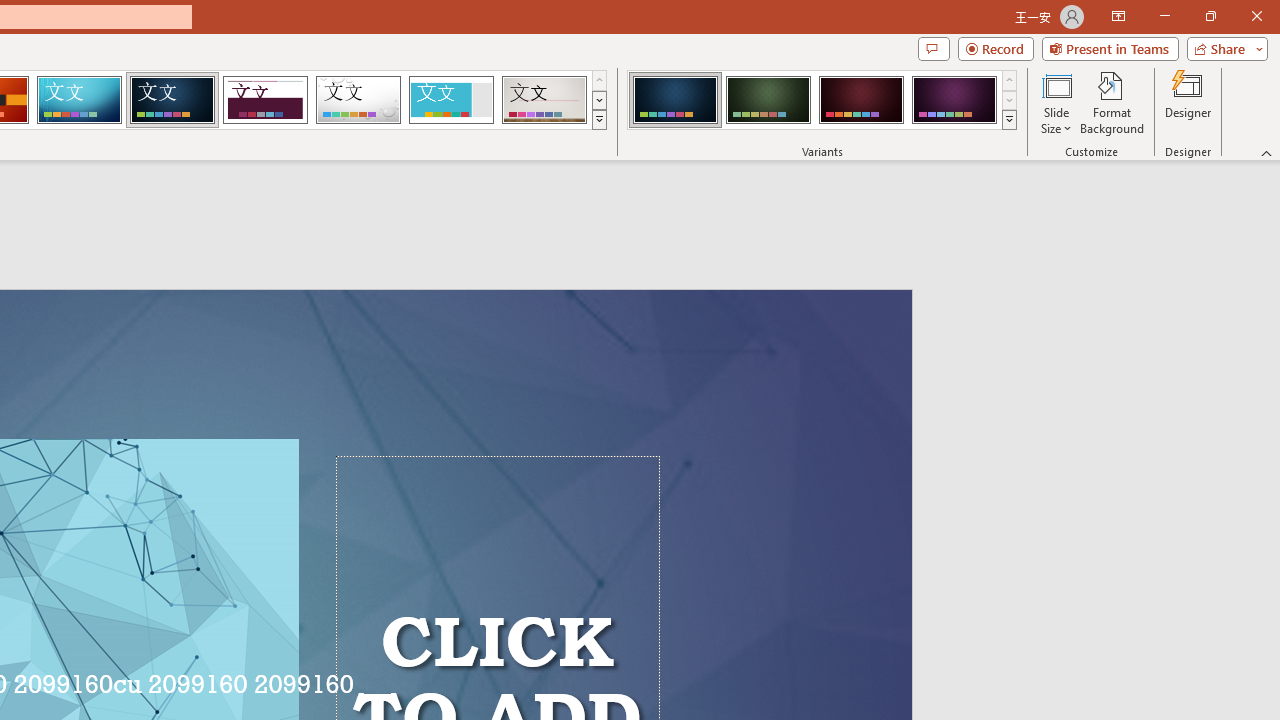 Image resolution: width=1280 pixels, height=720 pixels. What do you see at coordinates (953, 100) in the screenshot?
I see `'Damask Variant 4'` at bounding box center [953, 100].